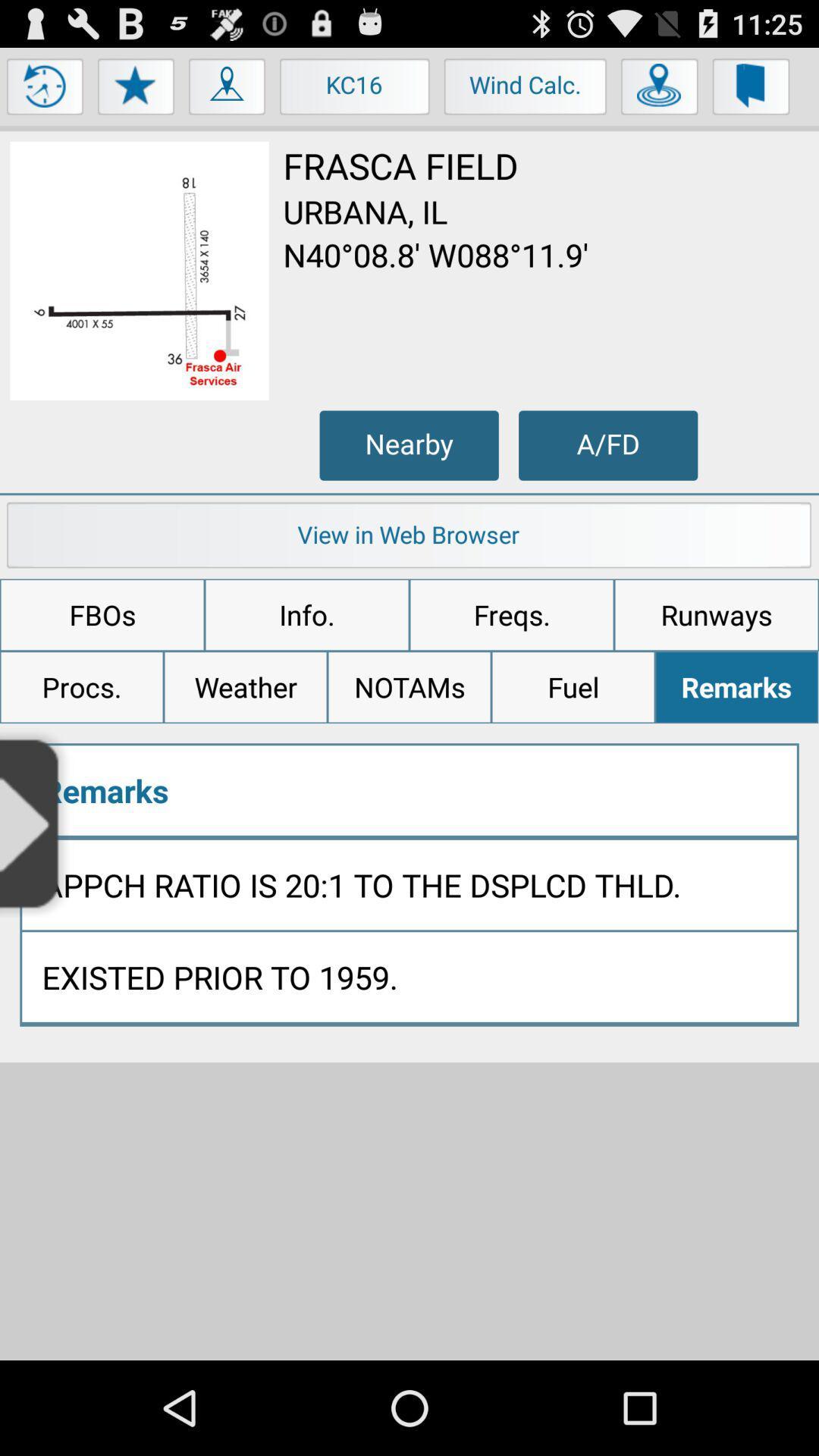 This screenshot has height=1456, width=819. Describe the element at coordinates (136, 89) in the screenshot. I see `menu button` at that location.